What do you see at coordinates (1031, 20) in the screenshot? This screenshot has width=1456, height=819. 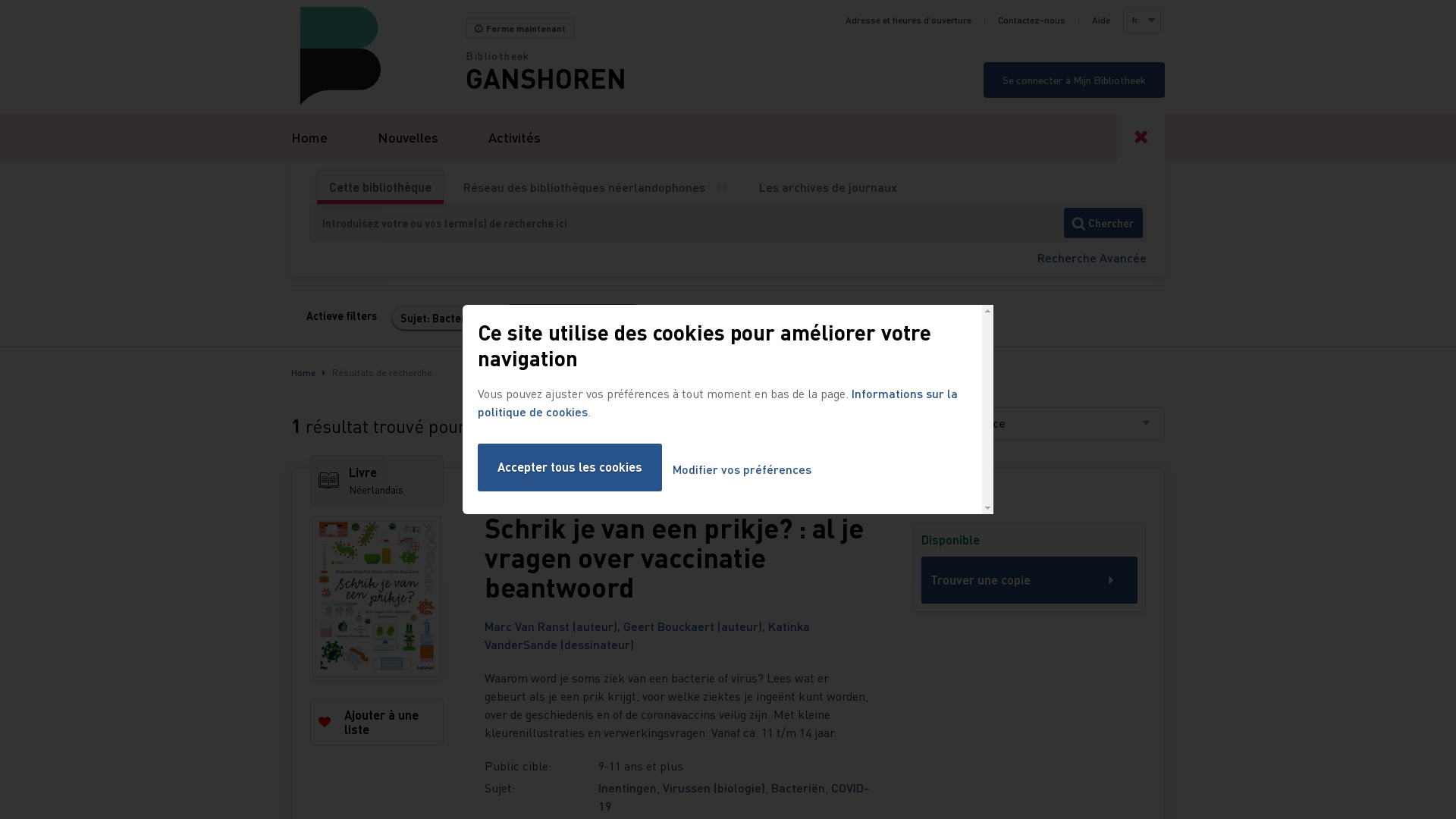 I see `'Contactez-nous'` at bounding box center [1031, 20].